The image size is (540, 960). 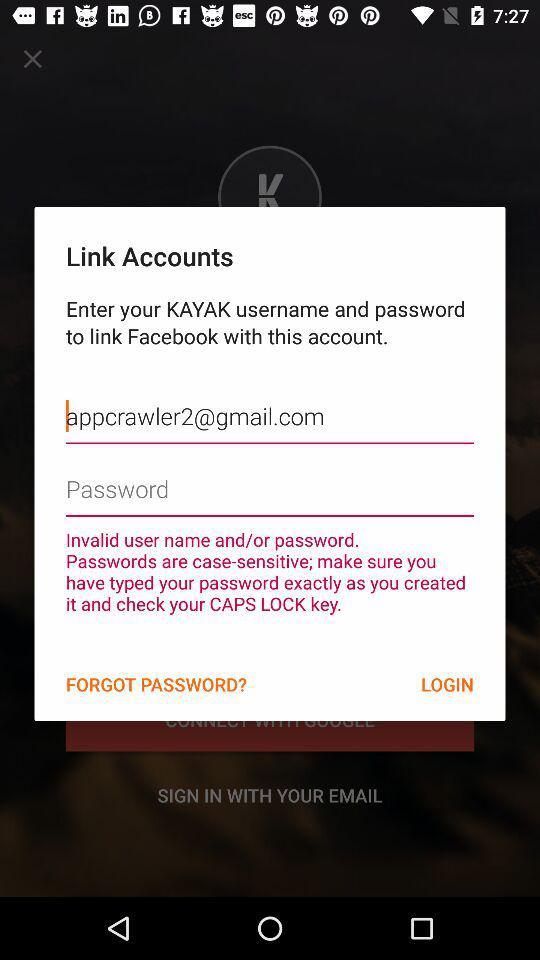 What do you see at coordinates (447, 684) in the screenshot?
I see `item to the right of forgot password? item` at bounding box center [447, 684].